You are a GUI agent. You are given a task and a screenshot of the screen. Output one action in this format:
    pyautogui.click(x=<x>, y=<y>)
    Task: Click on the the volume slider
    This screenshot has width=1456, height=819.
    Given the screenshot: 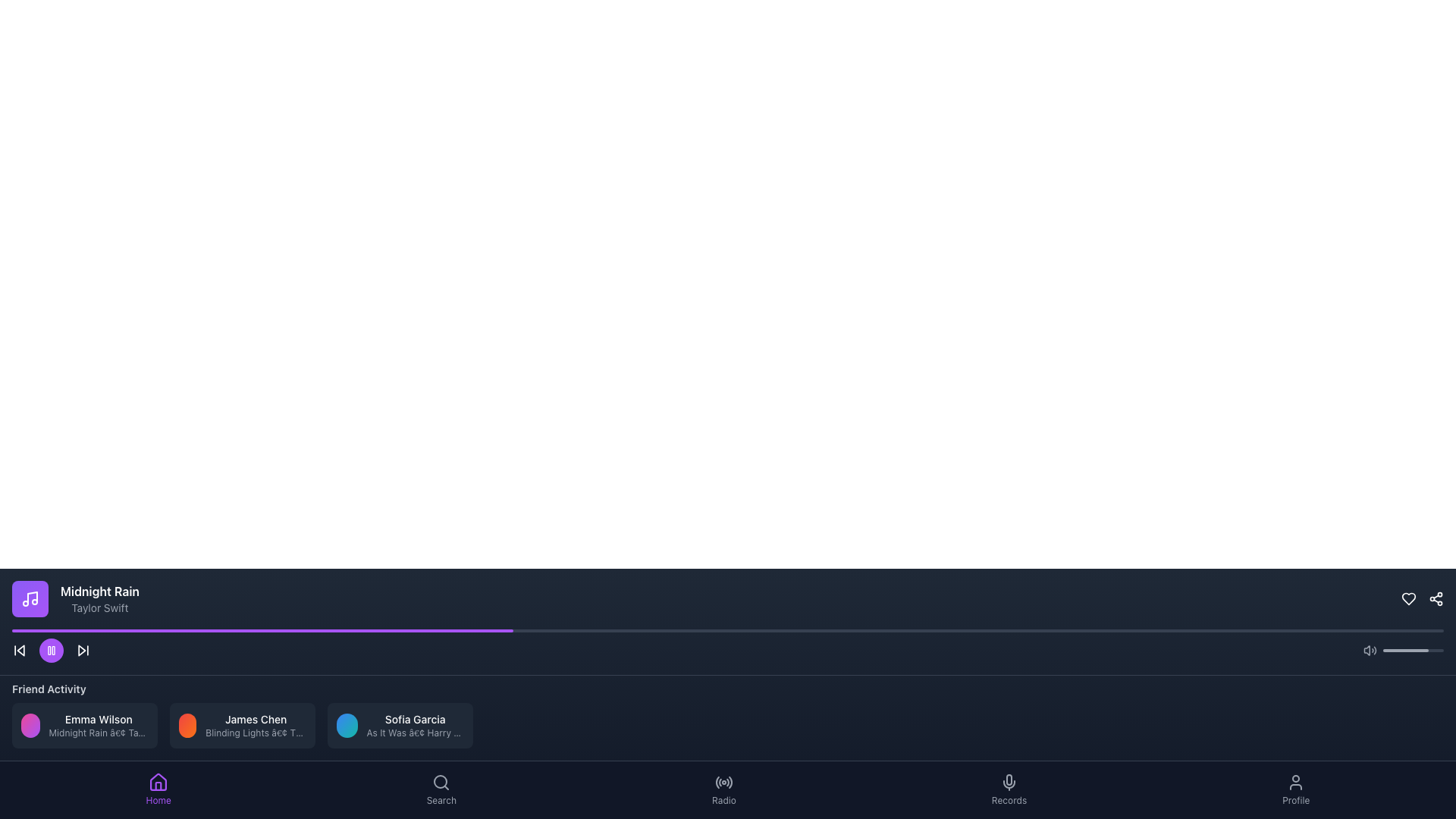 What is the action you would take?
    pyautogui.click(x=1394, y=649)
    